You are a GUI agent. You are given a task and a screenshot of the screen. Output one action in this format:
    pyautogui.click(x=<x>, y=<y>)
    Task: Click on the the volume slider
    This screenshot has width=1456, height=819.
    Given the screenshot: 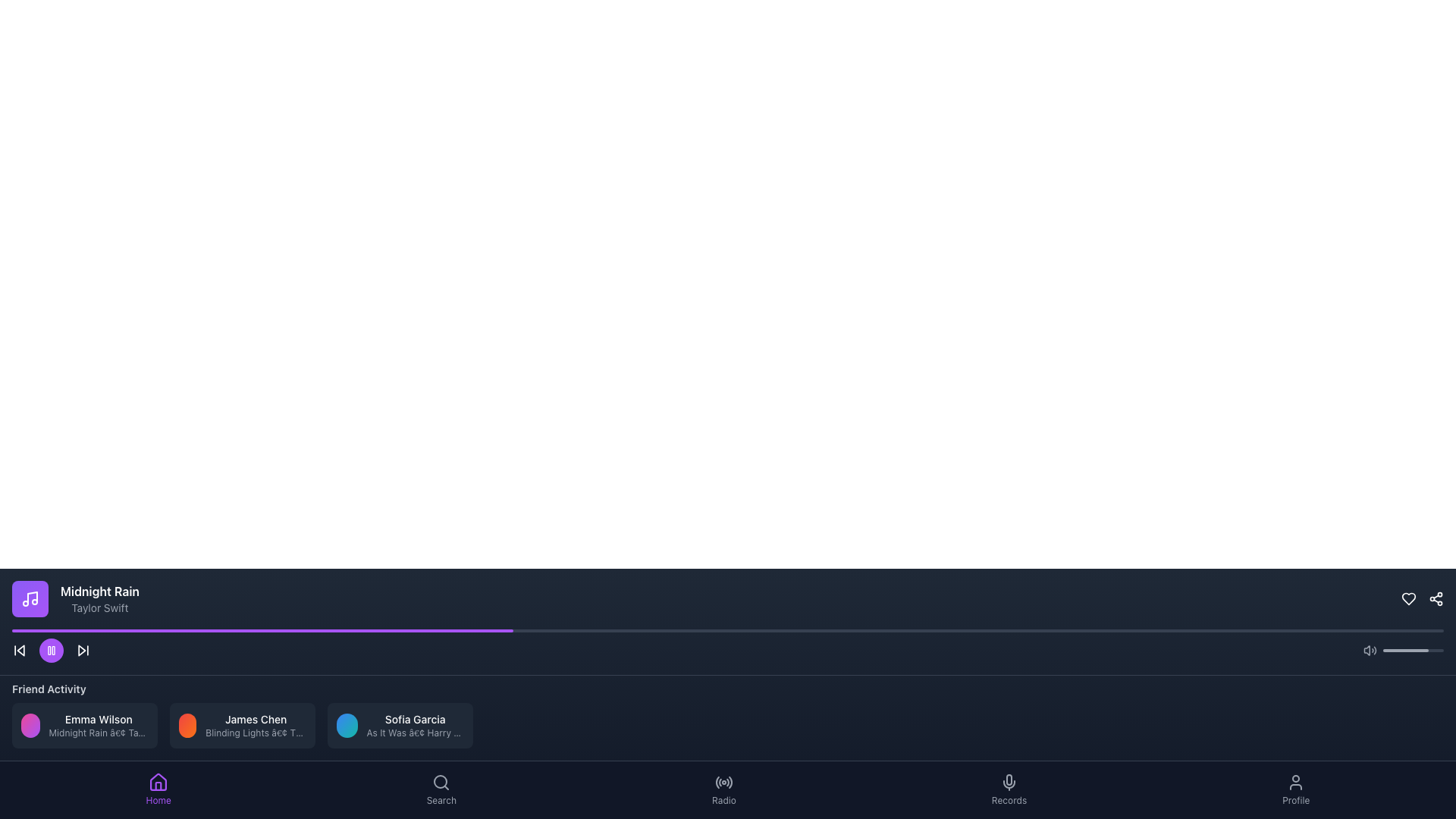 What is the action you would take?
    pyautogui.click(x=1394, y=649)
    